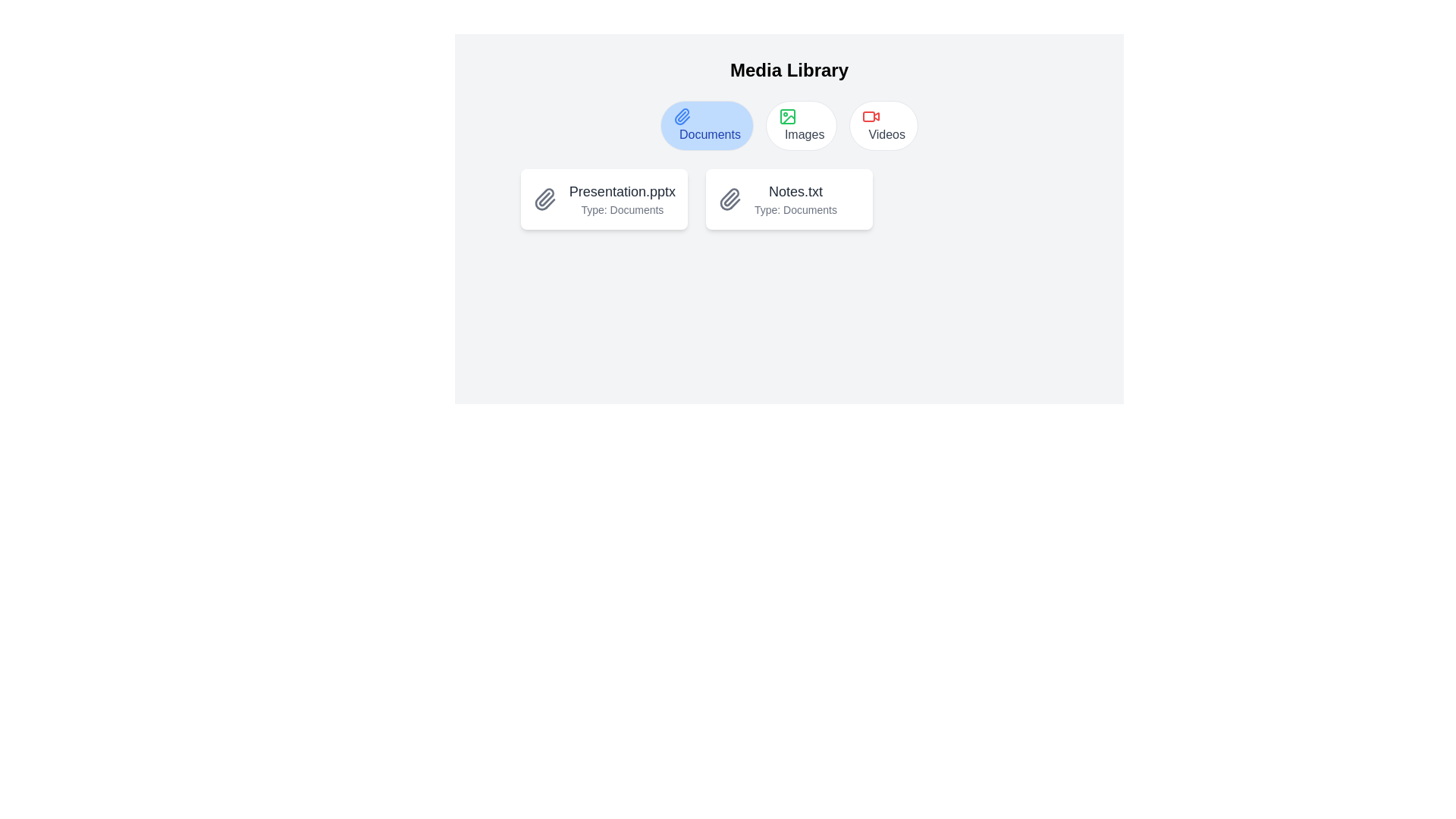  I want to click on the 'Images' text label within the interactive pill-shaped button cluster, so click(804, 133).